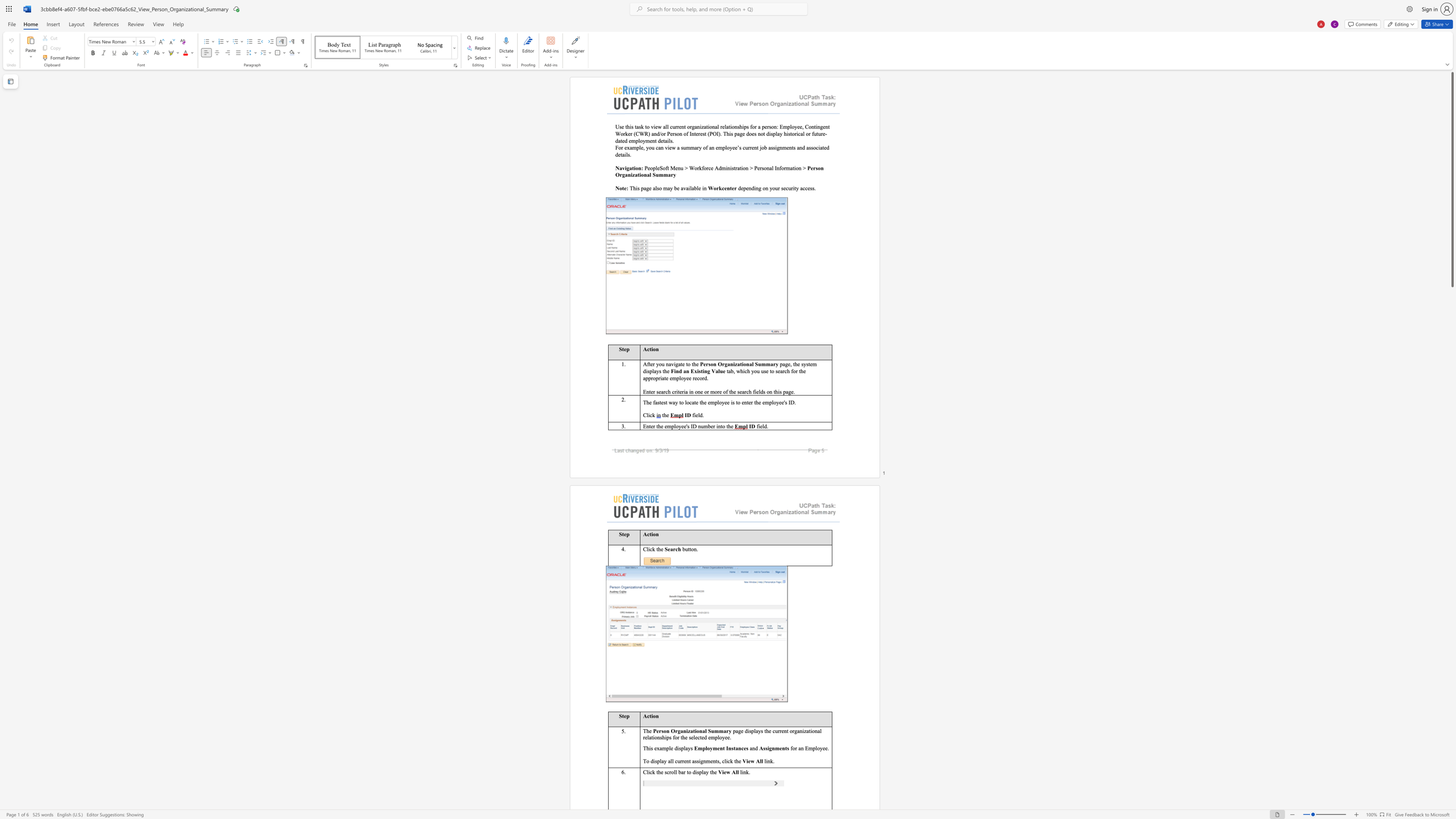  I want to click on the subset text "labl" within the text "This page also may be available in", so click(690, 188).